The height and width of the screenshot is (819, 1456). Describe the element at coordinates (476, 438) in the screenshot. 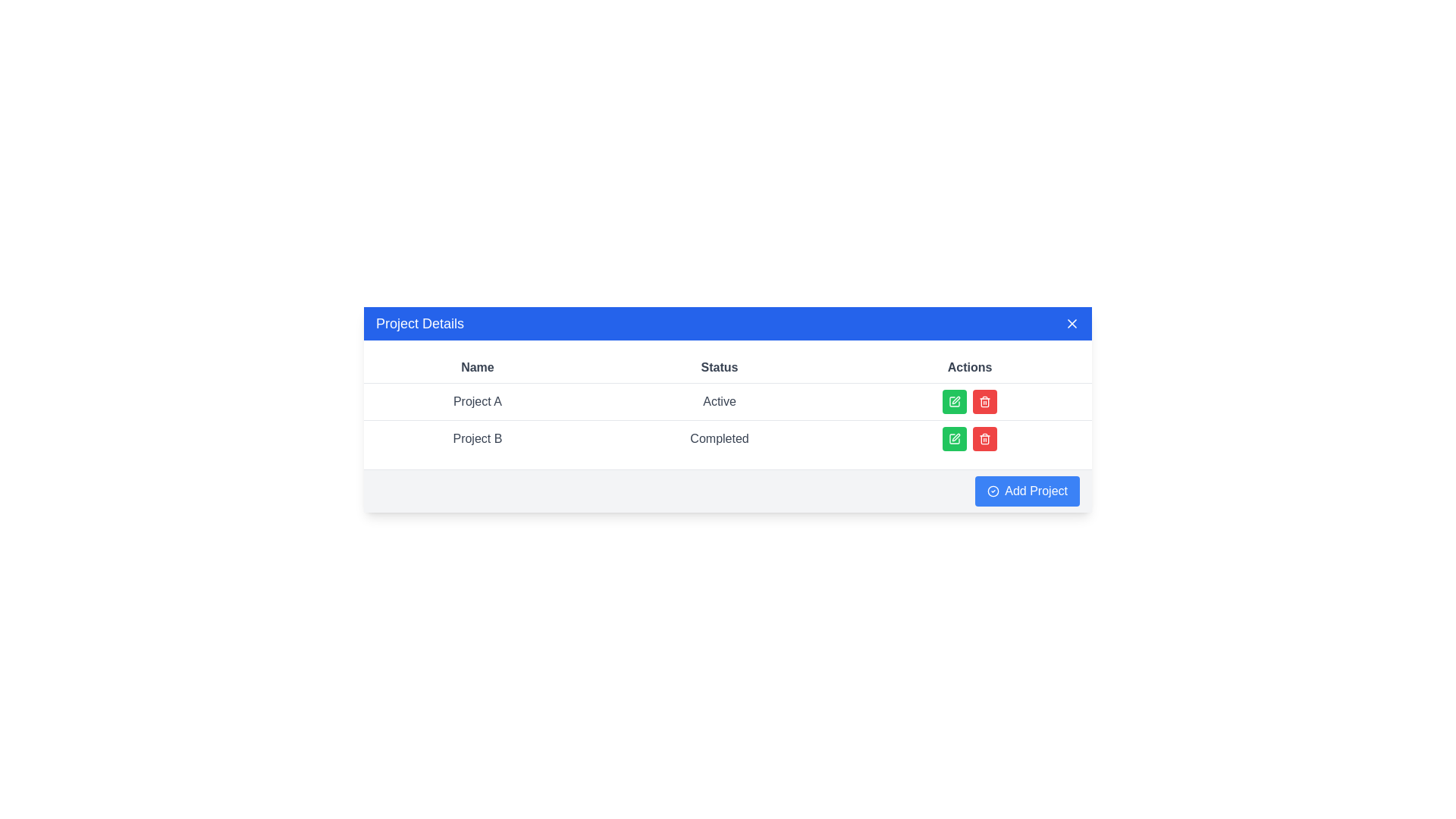

I see `the text label displaying 'Project B' located in the second row of the table under the 'Name' column, adjacent to the 'Completed' status and 'Actions' columns` at that location.